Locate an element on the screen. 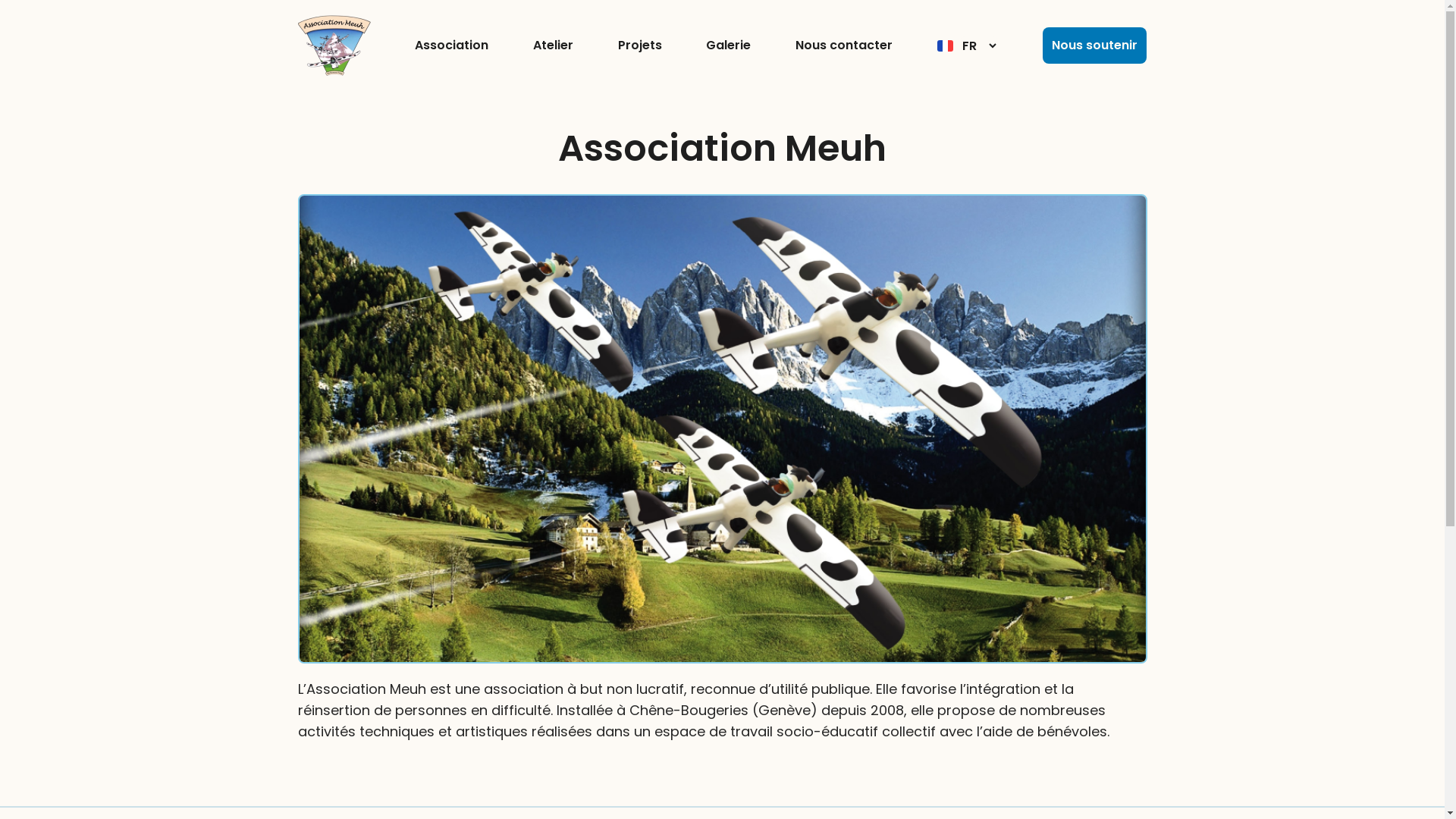 Image resolution: width=1456 pixels, height=819 pixels. 'Nous soutenir' is located at coordinates (1041, 45).